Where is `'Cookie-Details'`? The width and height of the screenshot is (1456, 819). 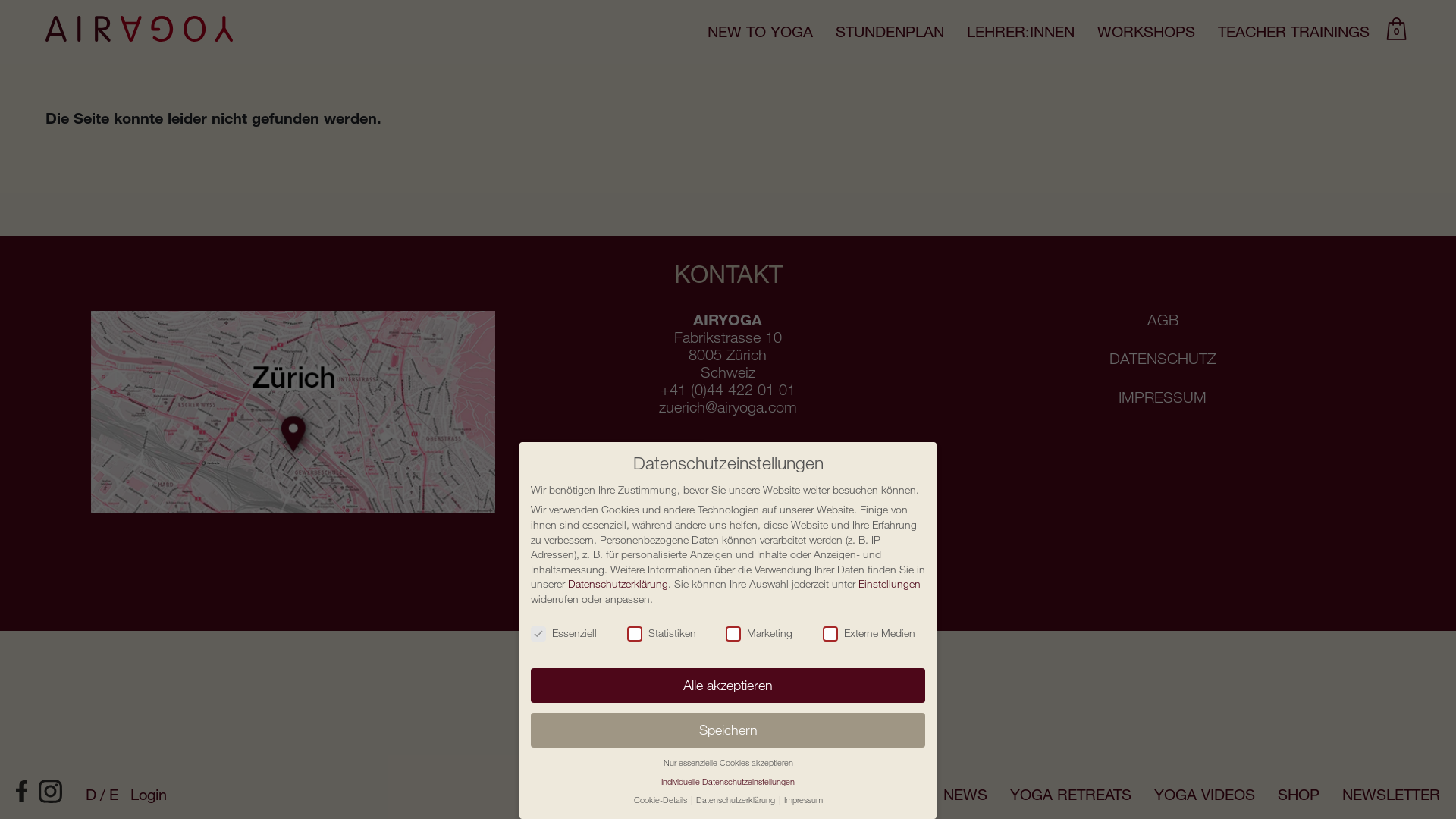
'Cookie-Details' is located at coordinates (661, 799).